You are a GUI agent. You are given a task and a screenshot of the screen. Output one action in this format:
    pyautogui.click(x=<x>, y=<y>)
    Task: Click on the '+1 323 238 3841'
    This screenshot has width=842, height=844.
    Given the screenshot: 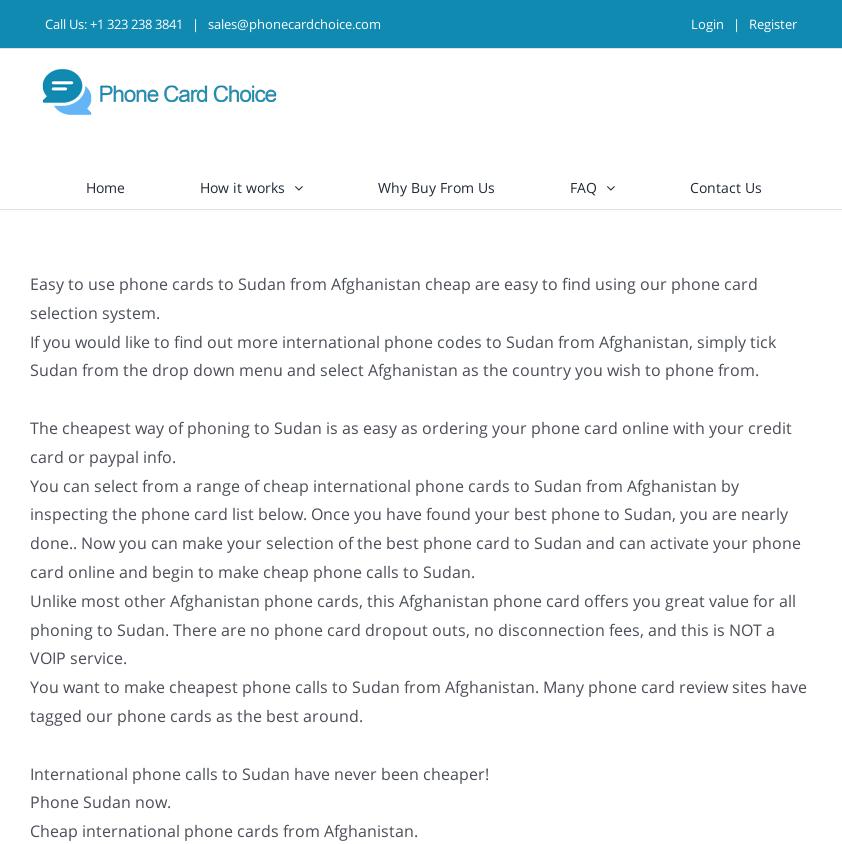 What is the action you would take?
    pyautogui.click(x=135, y=22)
    